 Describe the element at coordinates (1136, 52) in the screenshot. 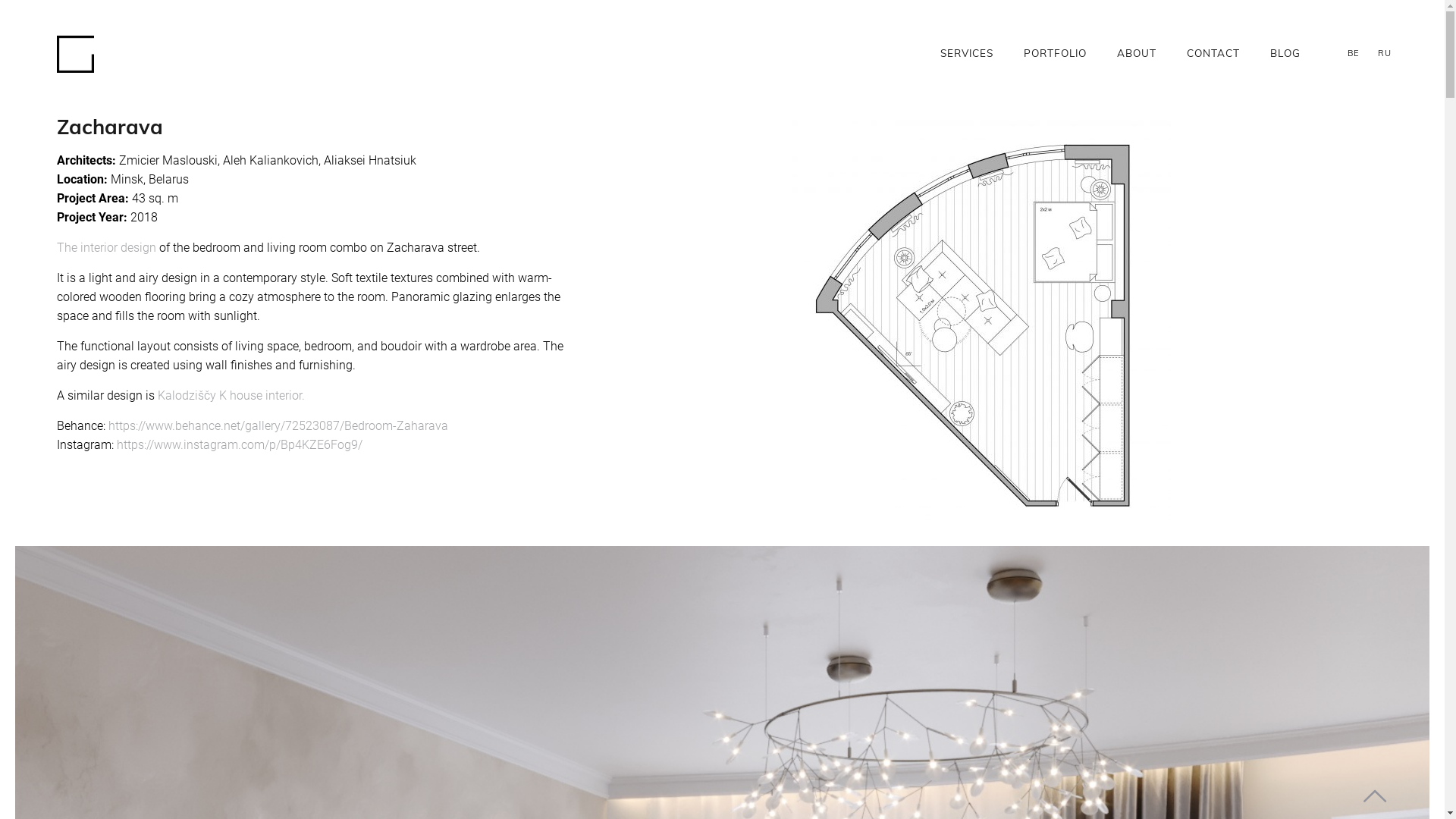

I see `'ABOUT'` at that location.